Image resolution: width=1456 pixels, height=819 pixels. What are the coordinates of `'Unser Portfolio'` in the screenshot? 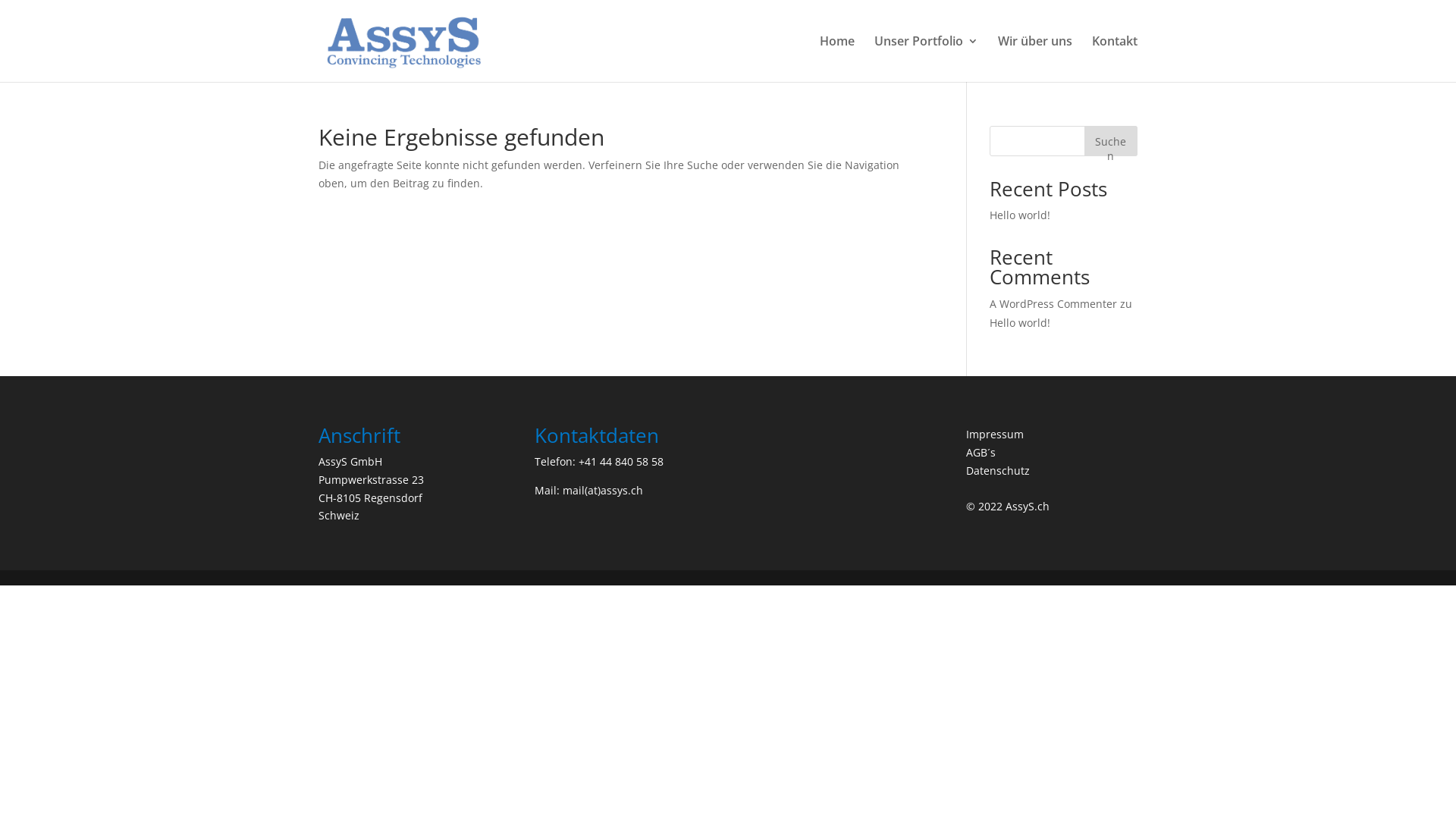 It's located at (925, 58).